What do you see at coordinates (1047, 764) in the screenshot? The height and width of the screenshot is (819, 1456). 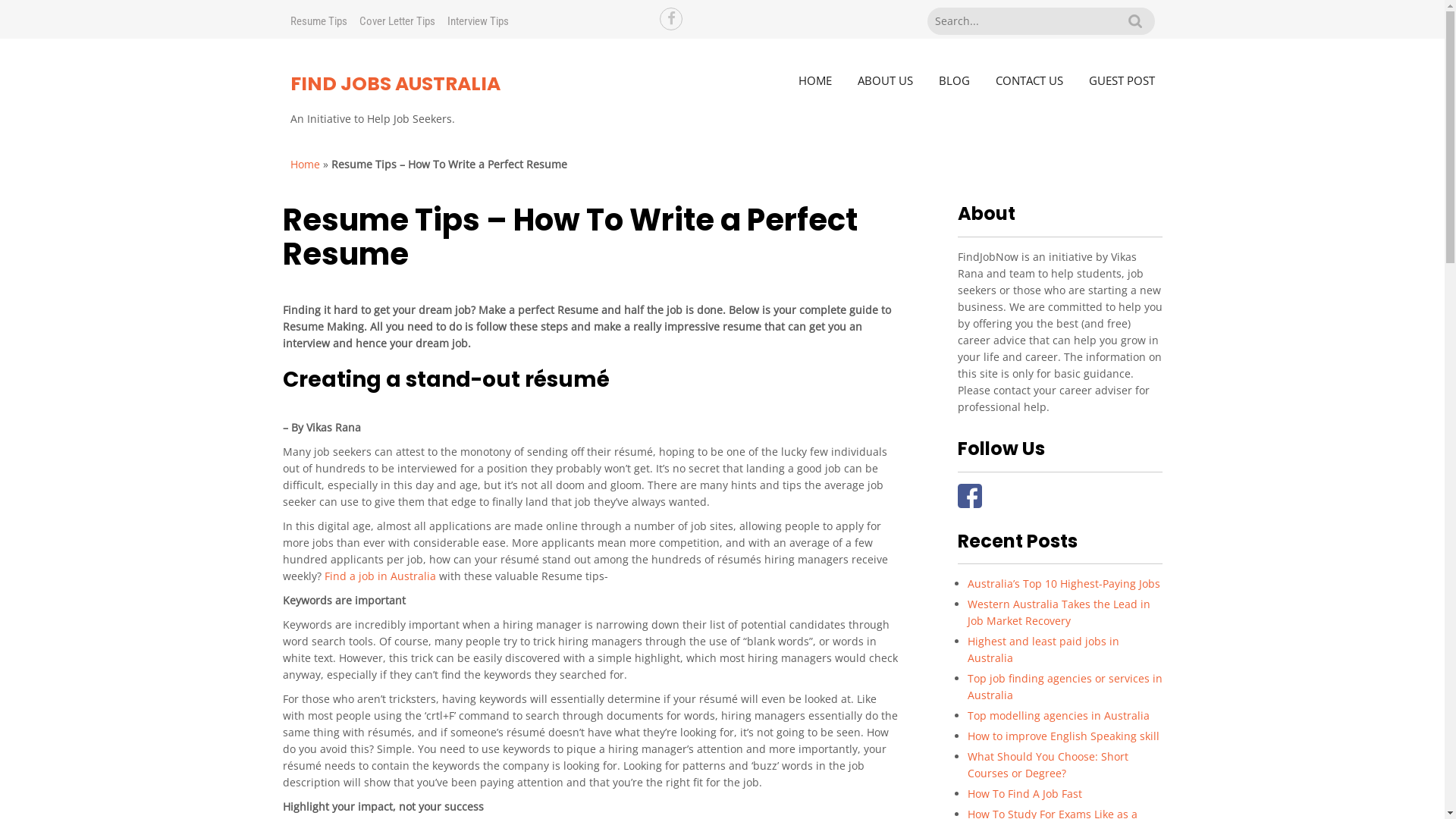 I see `'What Should You Choose: Short Courses or Degree?'` at bounding box center [1047, 764].